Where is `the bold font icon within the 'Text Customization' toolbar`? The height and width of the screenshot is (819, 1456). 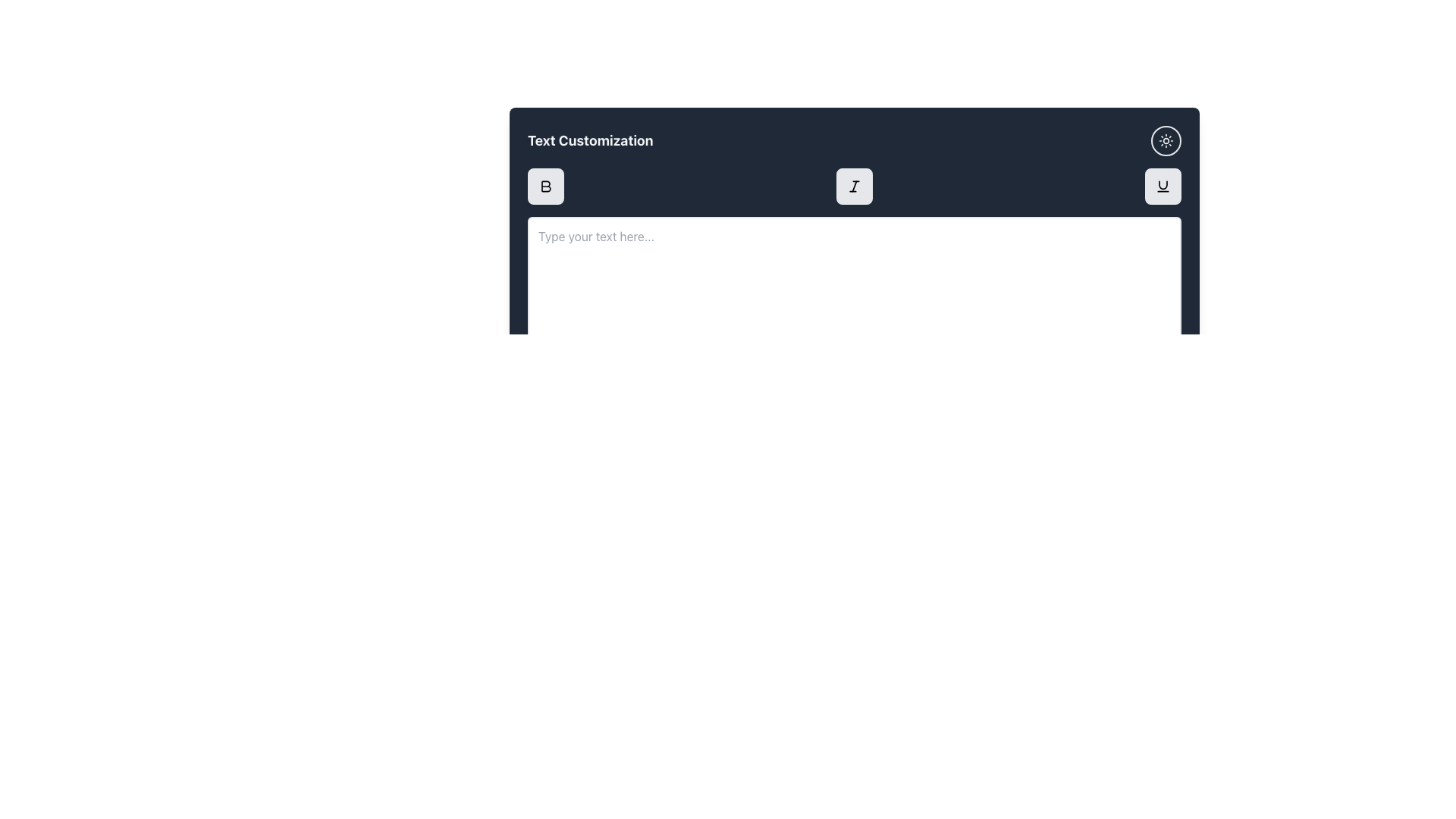
the bold font icon within the 'Text Customization' toolbar is located at coordinates (546, 186).